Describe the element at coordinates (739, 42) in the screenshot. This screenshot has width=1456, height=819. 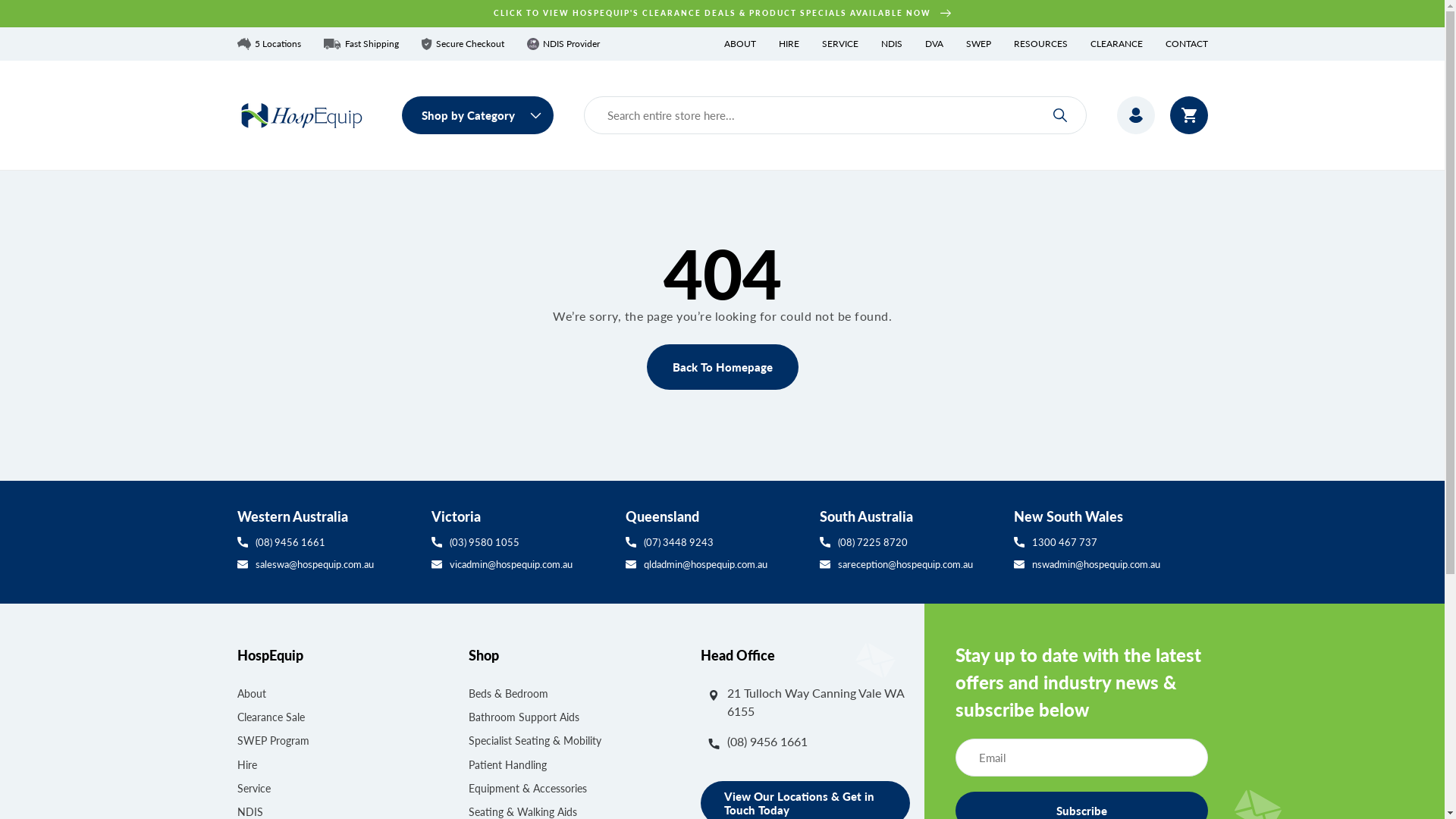
I see `'ABOUT'` at that location.